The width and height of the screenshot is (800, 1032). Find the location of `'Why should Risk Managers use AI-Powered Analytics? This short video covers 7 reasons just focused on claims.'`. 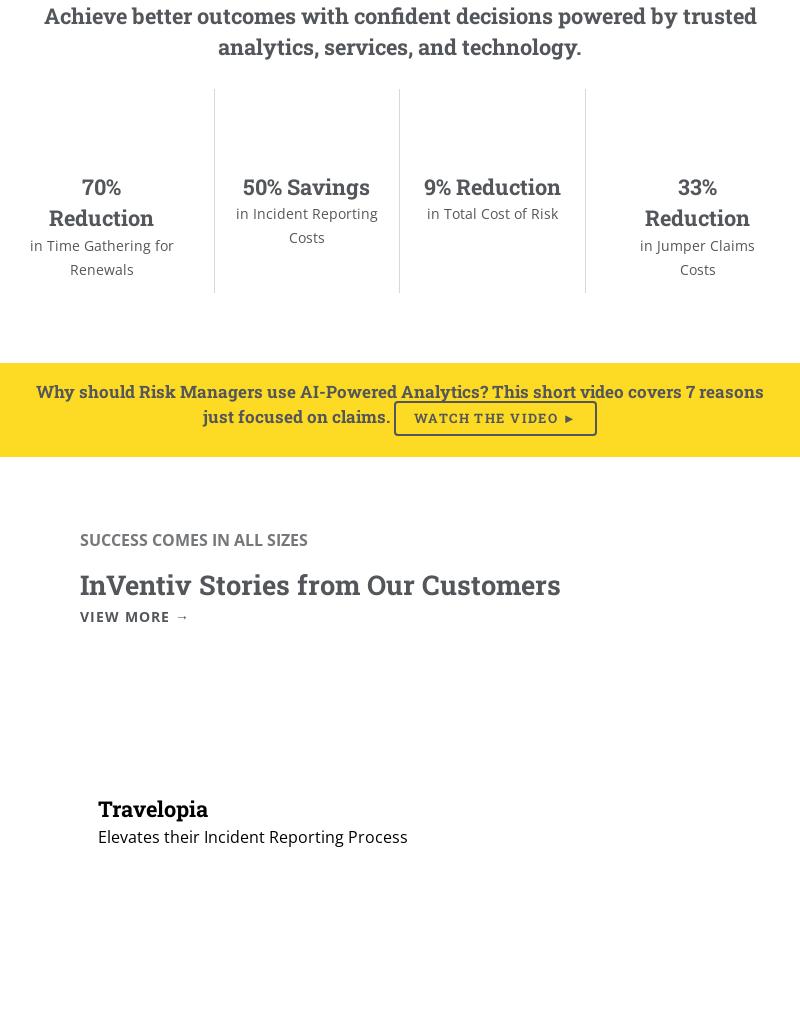

'Why should Risk Managers use AI-Powered Analytics? This short video covers 7 reasons just focused on claims.' is located at coordinates (400, 402).